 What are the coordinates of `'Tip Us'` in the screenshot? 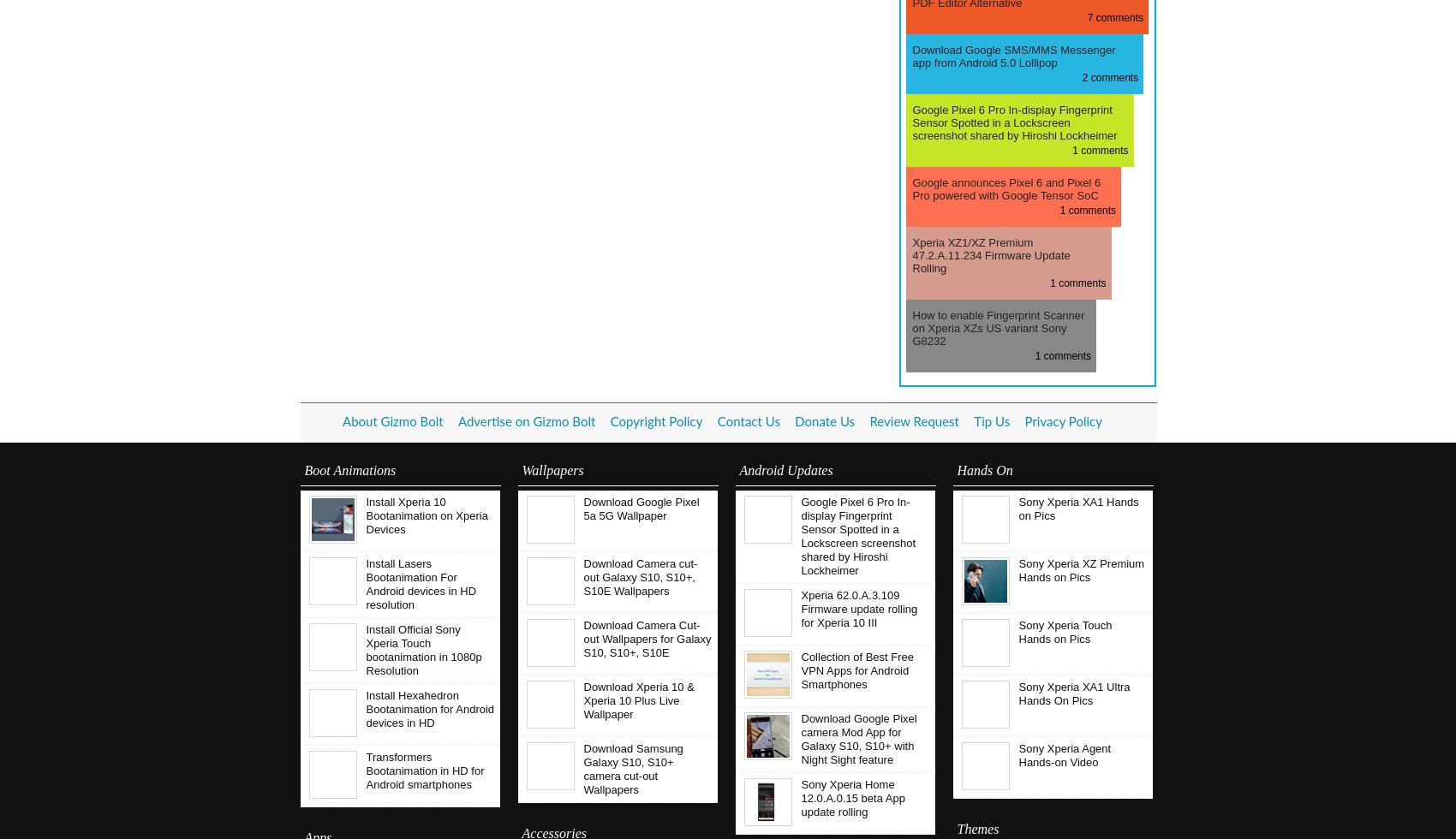 It's located at (992, 422).